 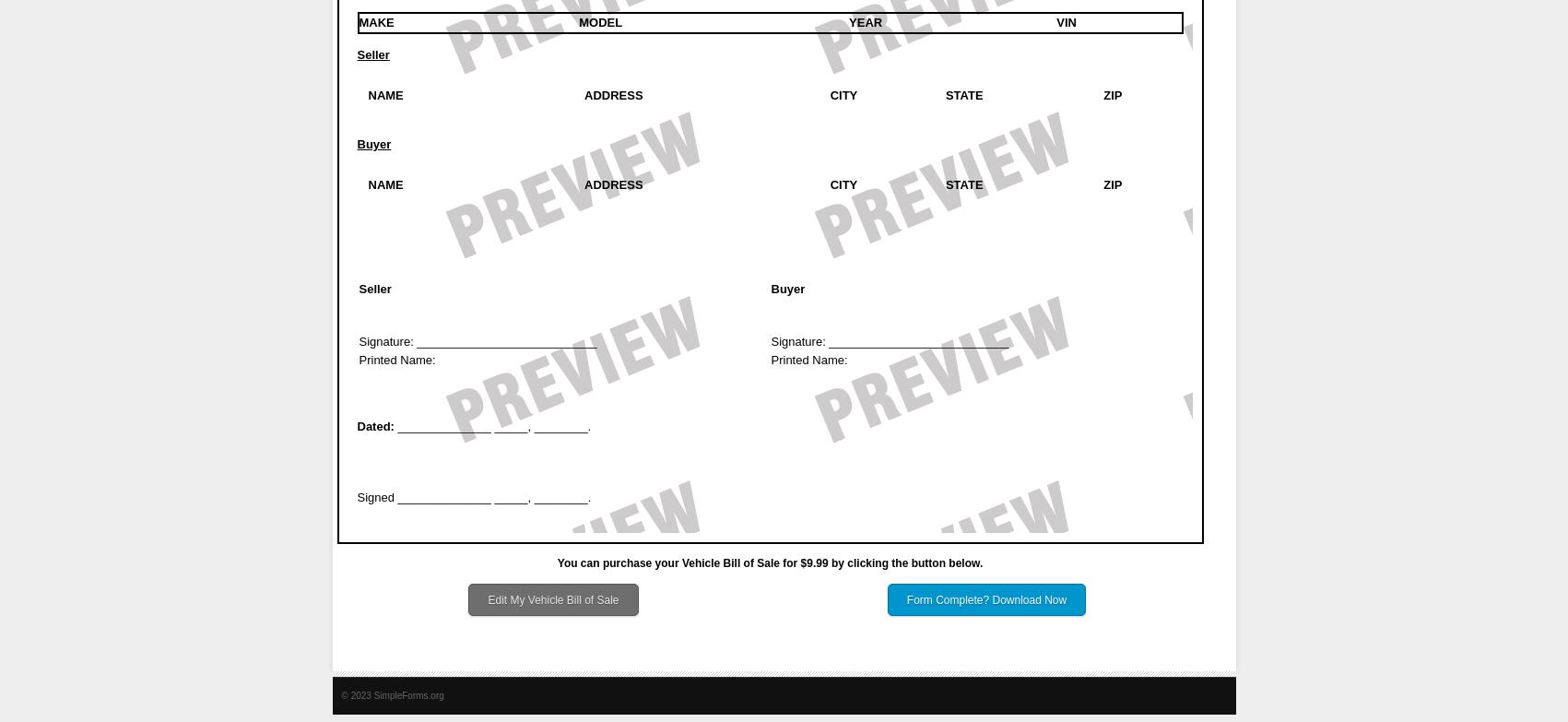 What do you see at coordinates (864, 22) in the screenshot?
I see `'YEAR'` at bounding box center [864, 22].